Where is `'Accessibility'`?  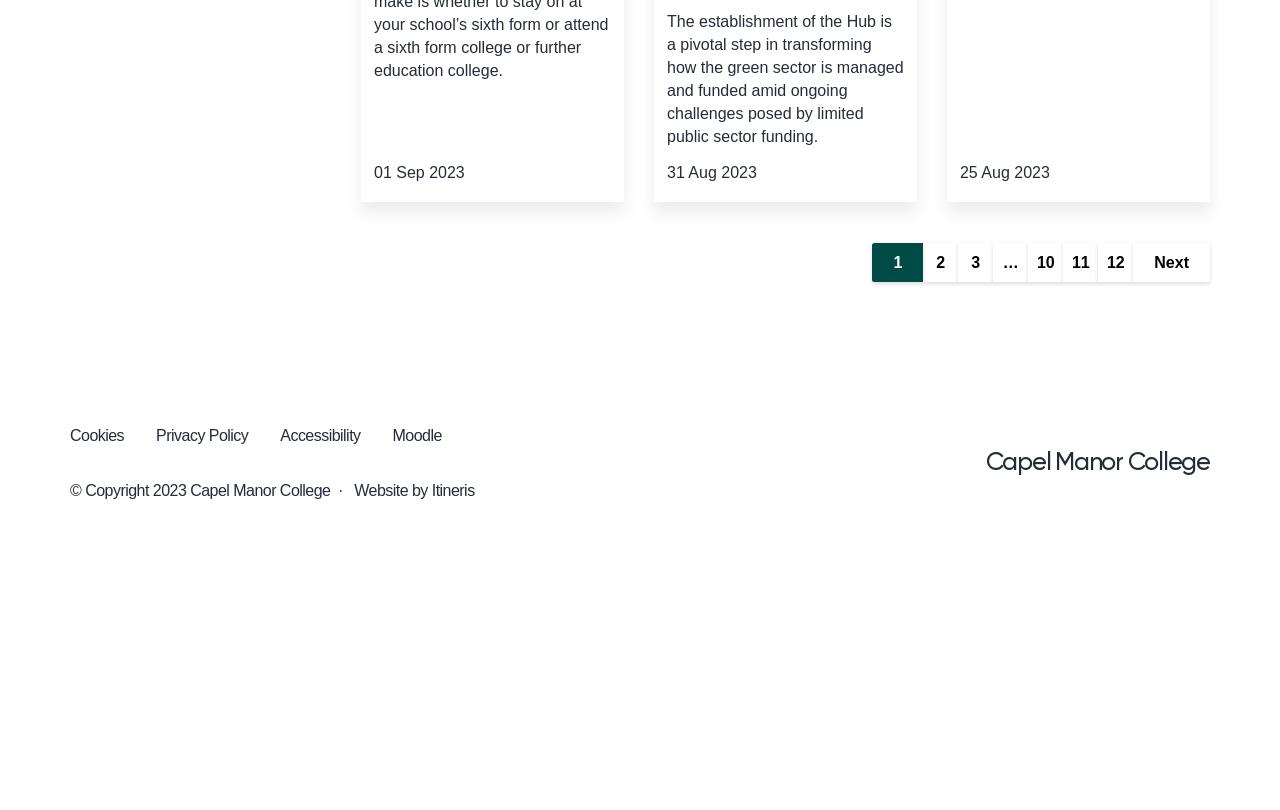
'Accessibility' is located at coordinates (279, 435).